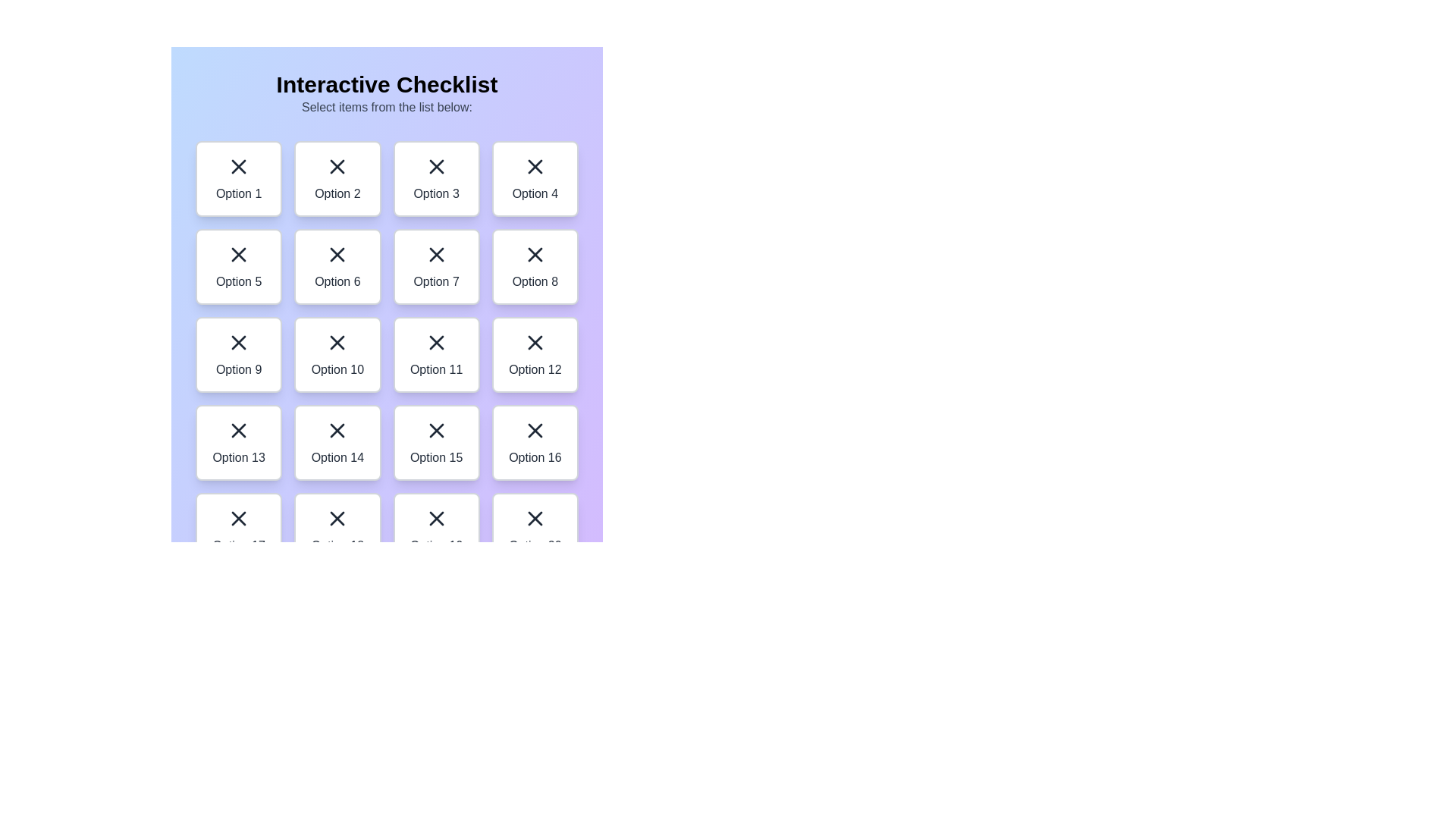 Image resolution: width=1456 pixels, height=819 pixels. I want to click on the header text of the Interactive Checklist, so click(387, 84).